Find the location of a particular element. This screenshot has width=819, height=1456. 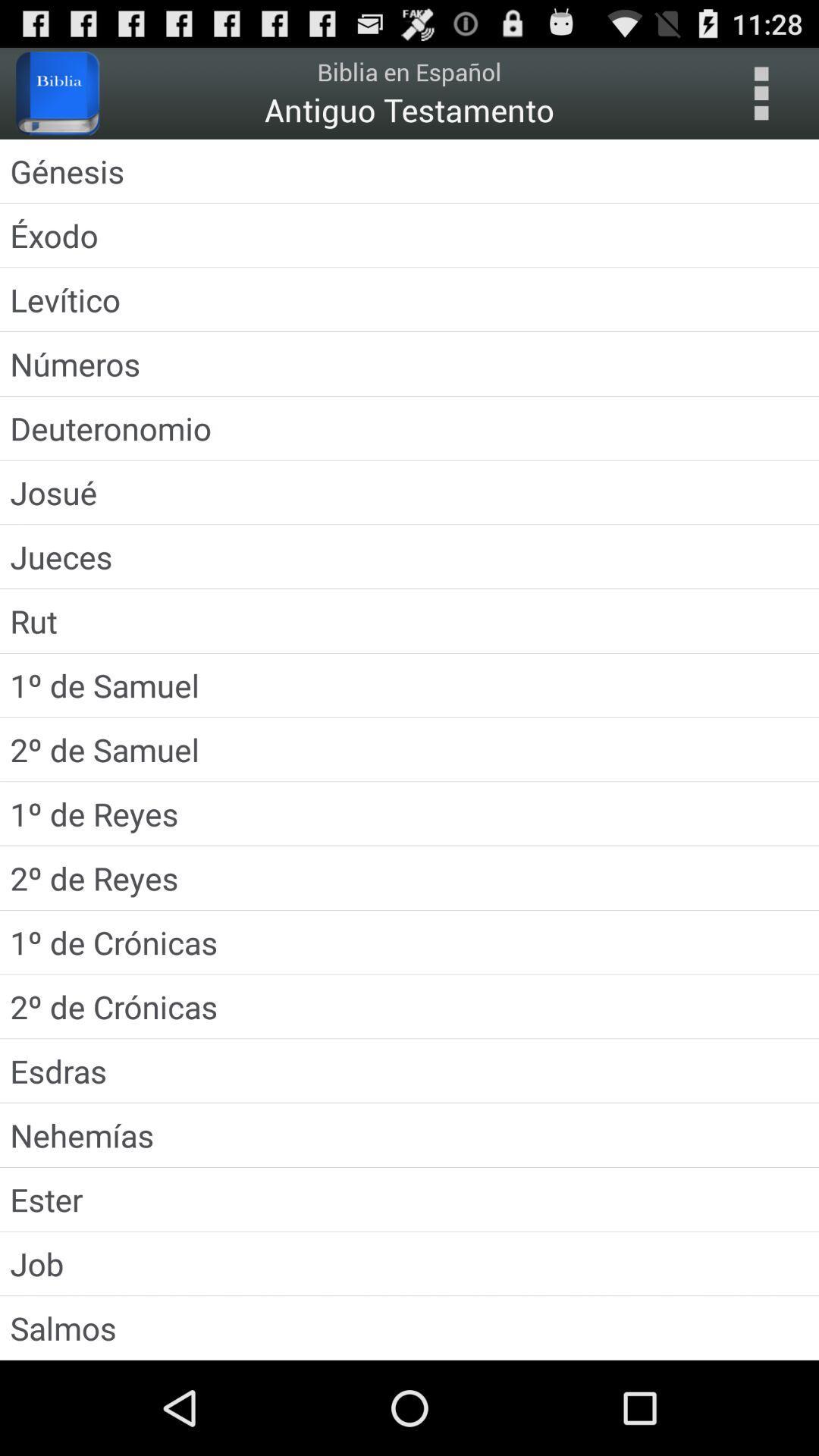

the more icon is located at coordinates (761, 99).